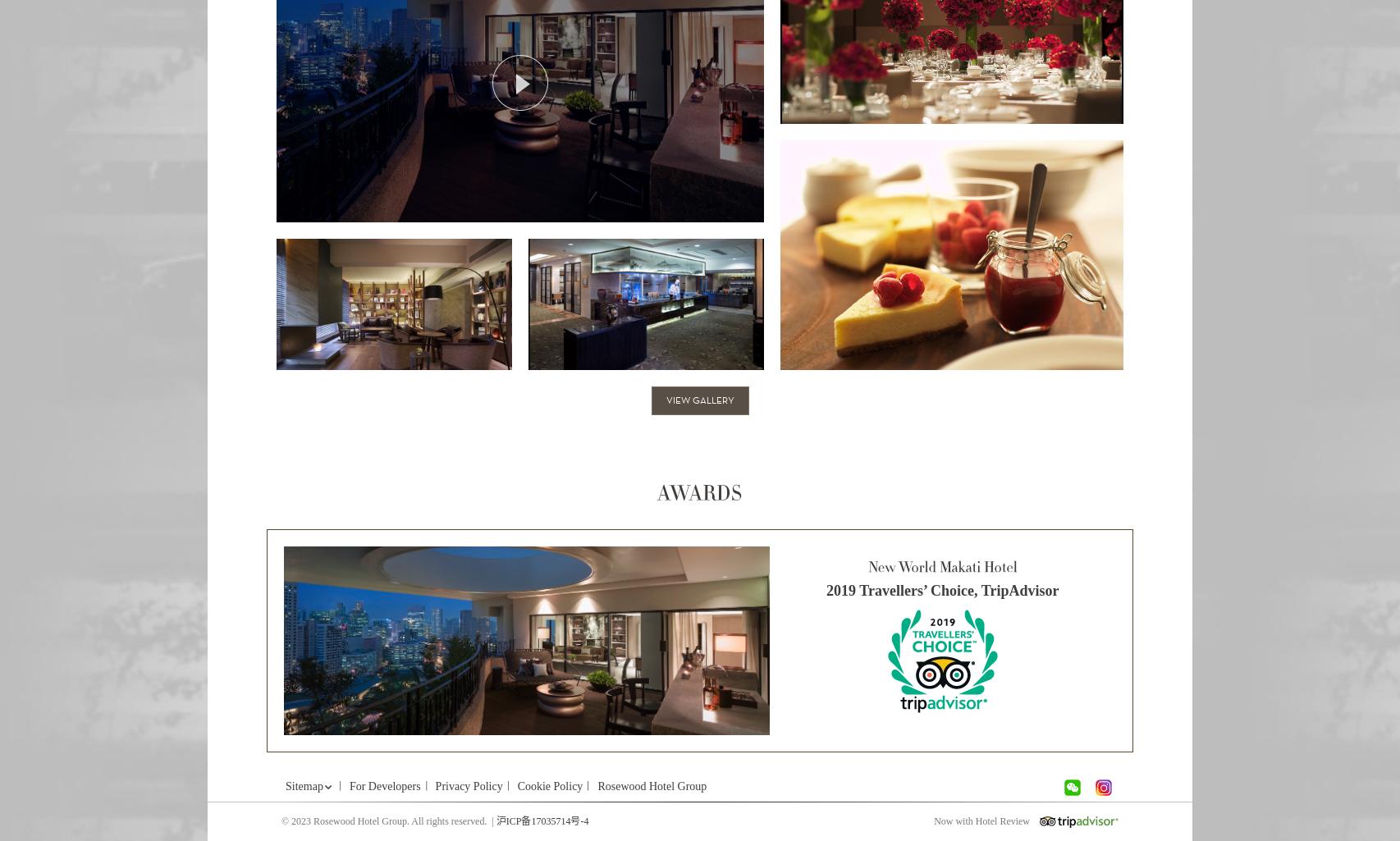 Image resolution: width=1400 pixels, height=841 pixels. Describe the element at coordinates (434, 786) in the screenshot. I see `'Privacy Policy'` at that location.